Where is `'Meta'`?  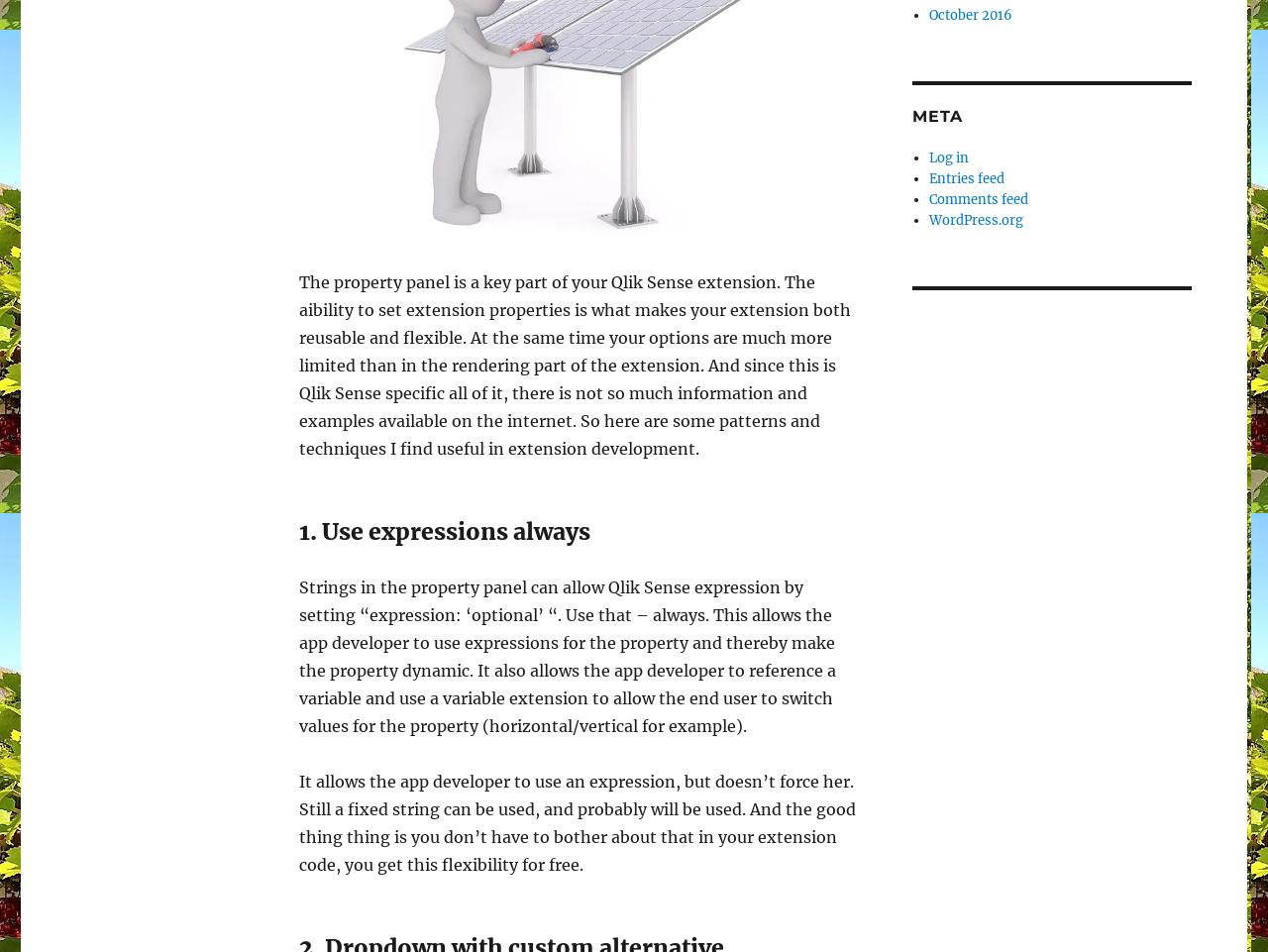 'Meta' is located at coordinates (936, 115).